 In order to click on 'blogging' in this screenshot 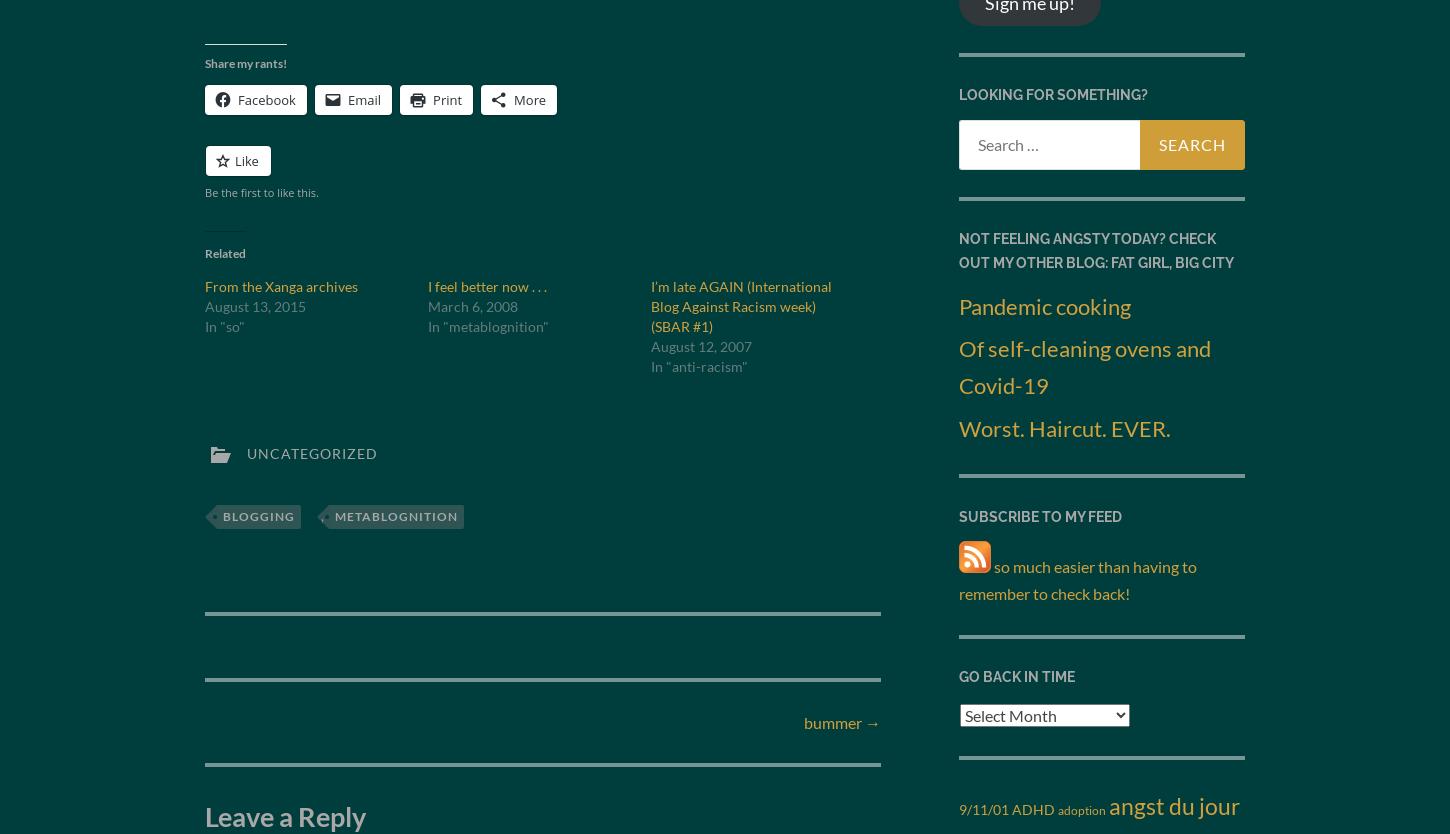, I will do `click(222, 515)`.